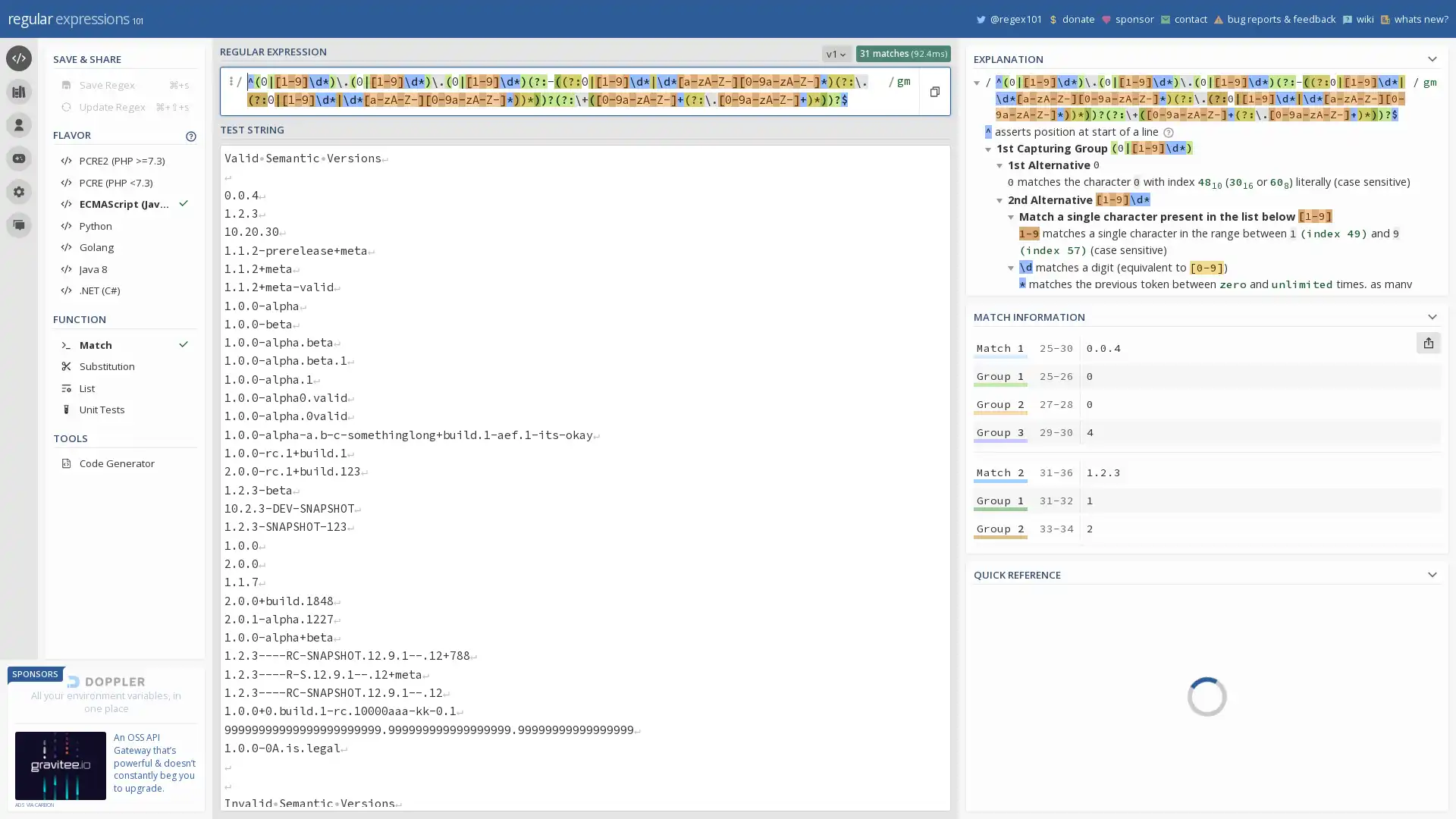  I want to click on Any whitespace character \s, so click(1282, 752).